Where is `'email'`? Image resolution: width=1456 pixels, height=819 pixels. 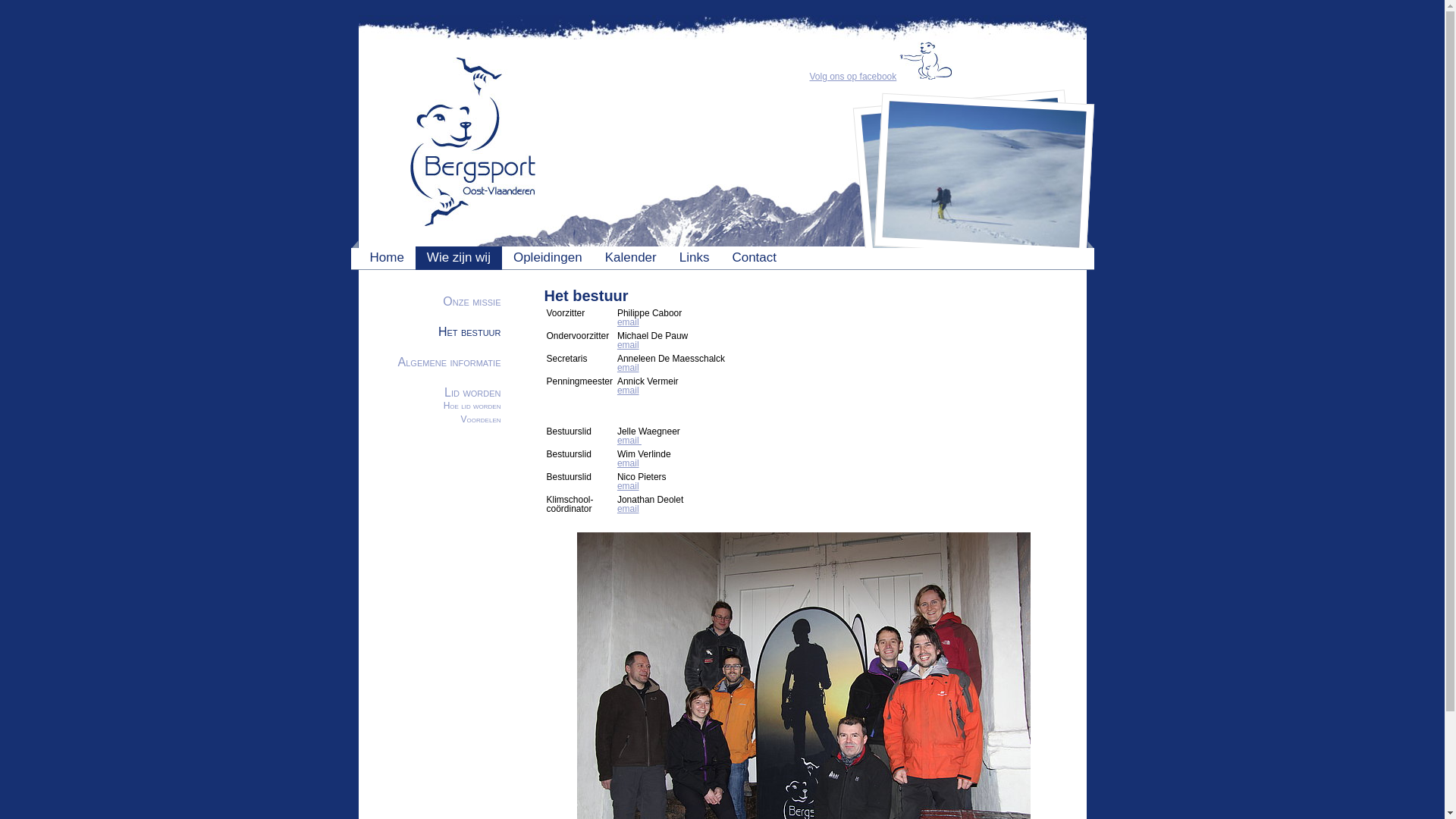
'email' is located at coordinates (628, 509).